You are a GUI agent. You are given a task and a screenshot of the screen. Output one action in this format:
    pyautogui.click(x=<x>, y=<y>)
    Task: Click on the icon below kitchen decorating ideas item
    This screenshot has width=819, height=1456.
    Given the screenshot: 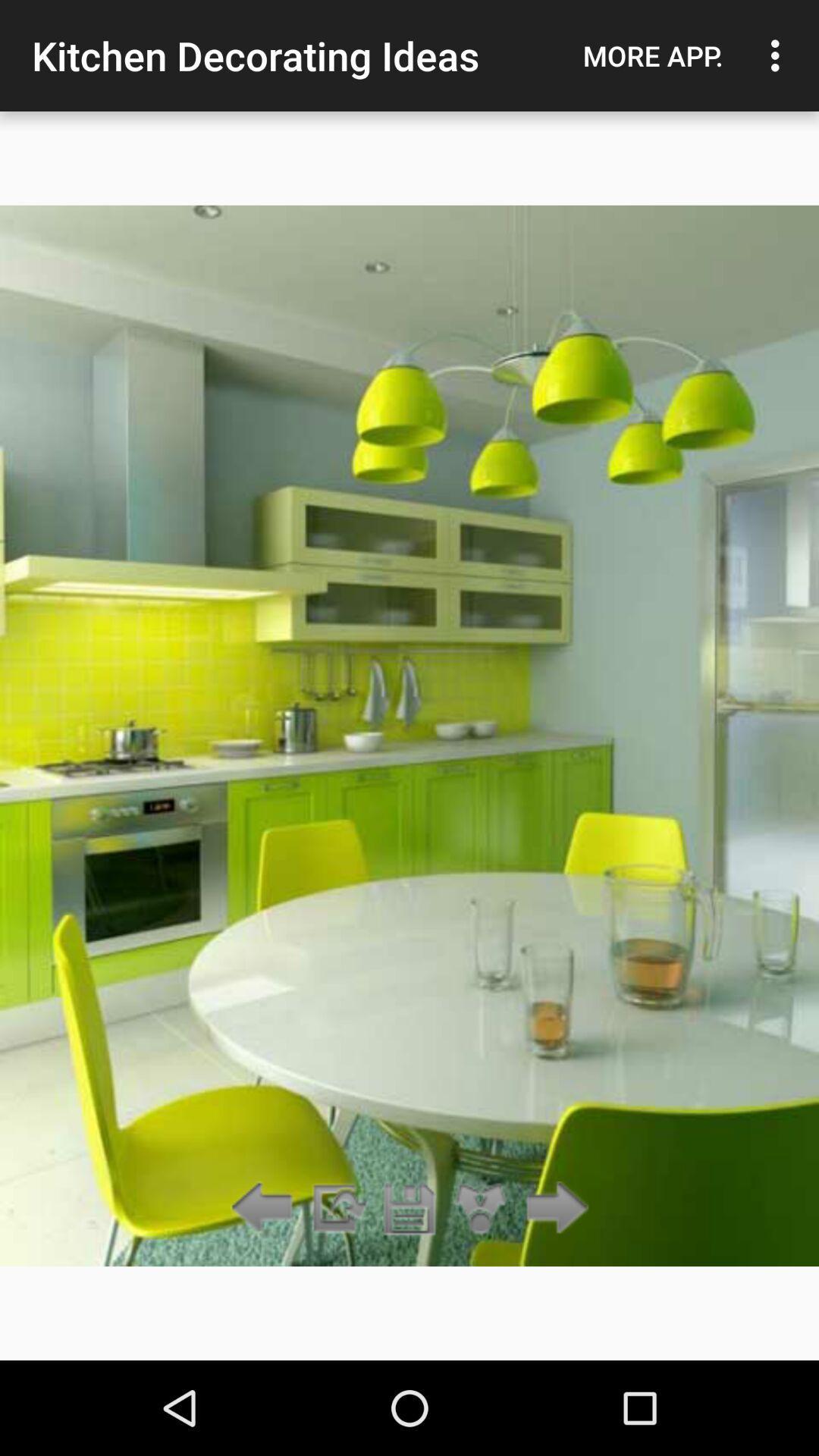 What is the action you would take?
    pyautogui.click(x=409, y=1208)
    